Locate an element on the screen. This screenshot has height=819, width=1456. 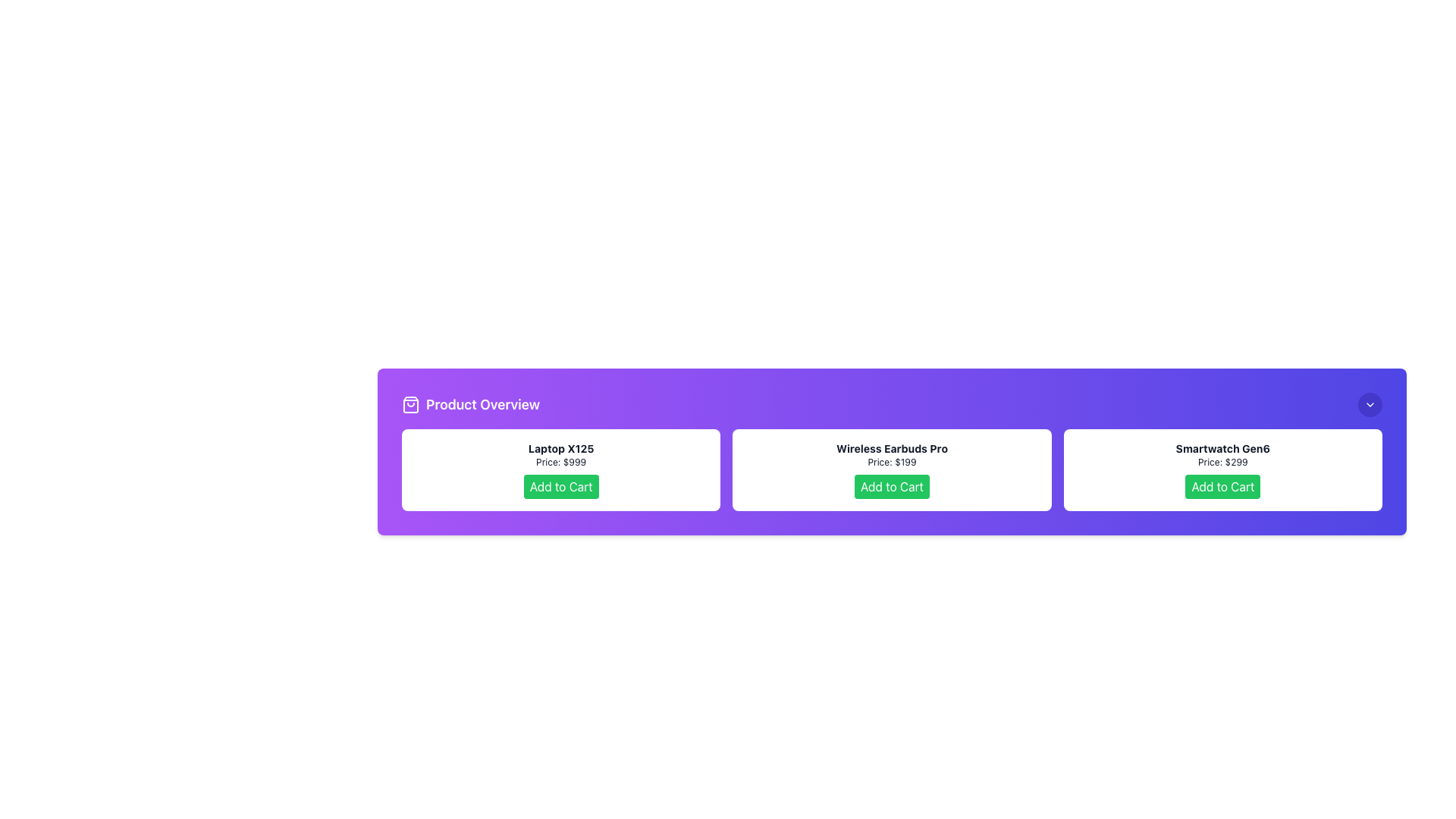
the informational Text Label displaying the price of the product, located below the product title 'Wireless Earbuds Pro' and above the 'Add to Cart' button is located at coordinates (892, 461).